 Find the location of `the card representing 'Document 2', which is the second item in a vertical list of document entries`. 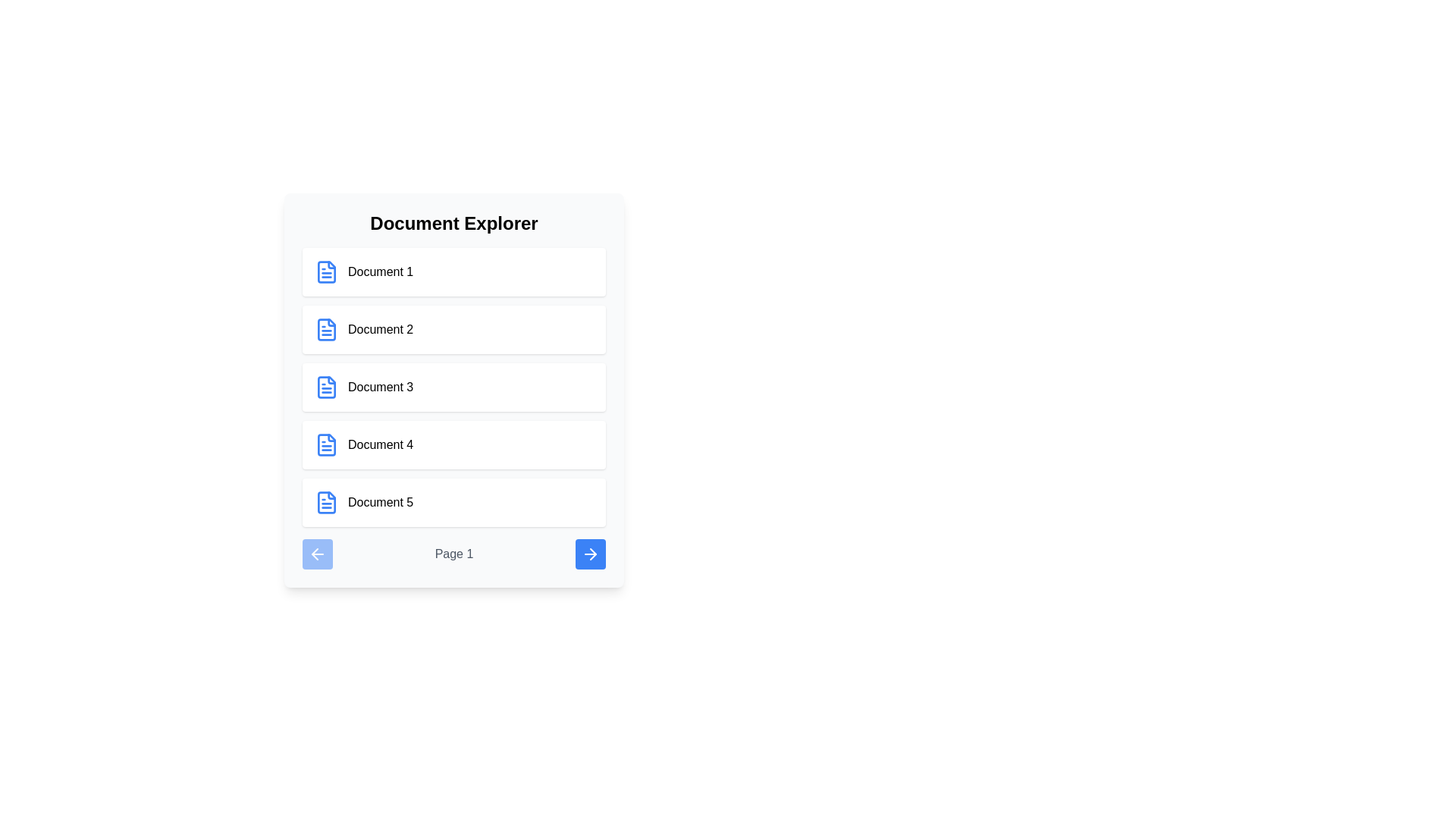

the card representing 'Document 2', which is the second item in a vertical list of document entries is located at coordinates (453, 329).